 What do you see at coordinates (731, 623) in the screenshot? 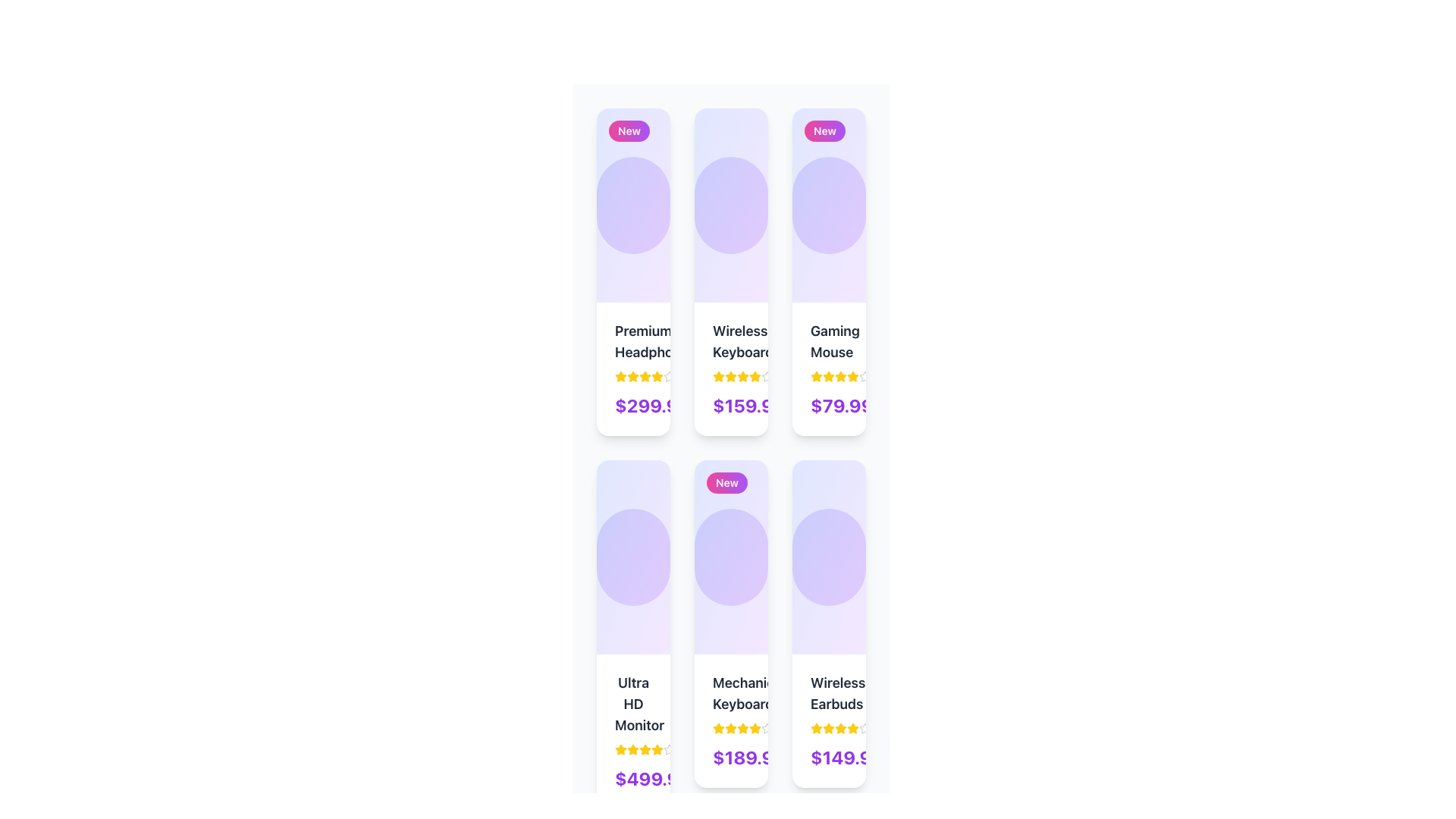
I see `the fourth product card in the grid` at bounding box center [731, 623].